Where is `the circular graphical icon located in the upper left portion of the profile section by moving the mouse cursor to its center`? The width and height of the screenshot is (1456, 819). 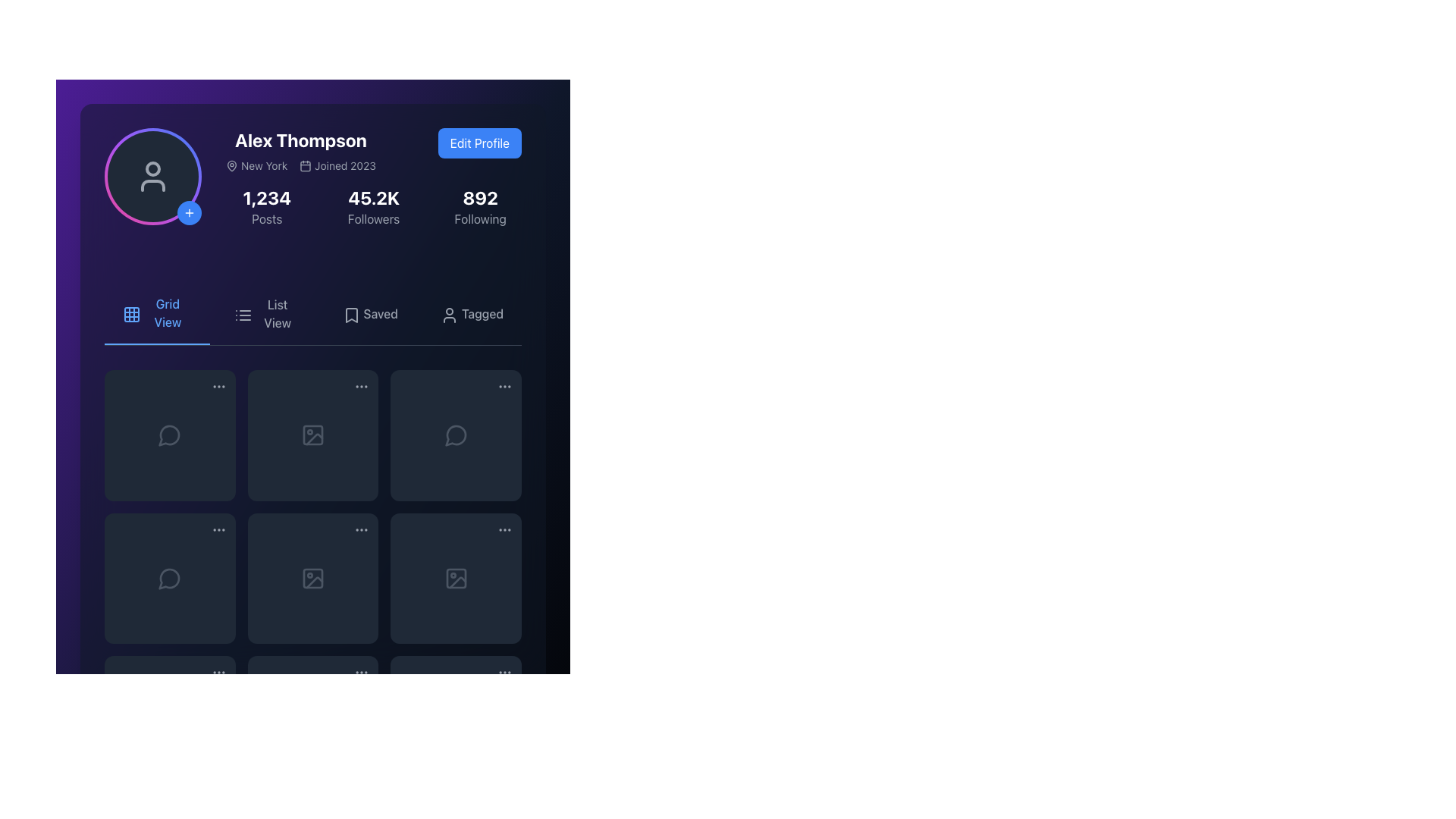
the circular graphical icon located in the upper left portion of the profile section by moving the mouse cursor to its center is located at coordinates (152, 169).